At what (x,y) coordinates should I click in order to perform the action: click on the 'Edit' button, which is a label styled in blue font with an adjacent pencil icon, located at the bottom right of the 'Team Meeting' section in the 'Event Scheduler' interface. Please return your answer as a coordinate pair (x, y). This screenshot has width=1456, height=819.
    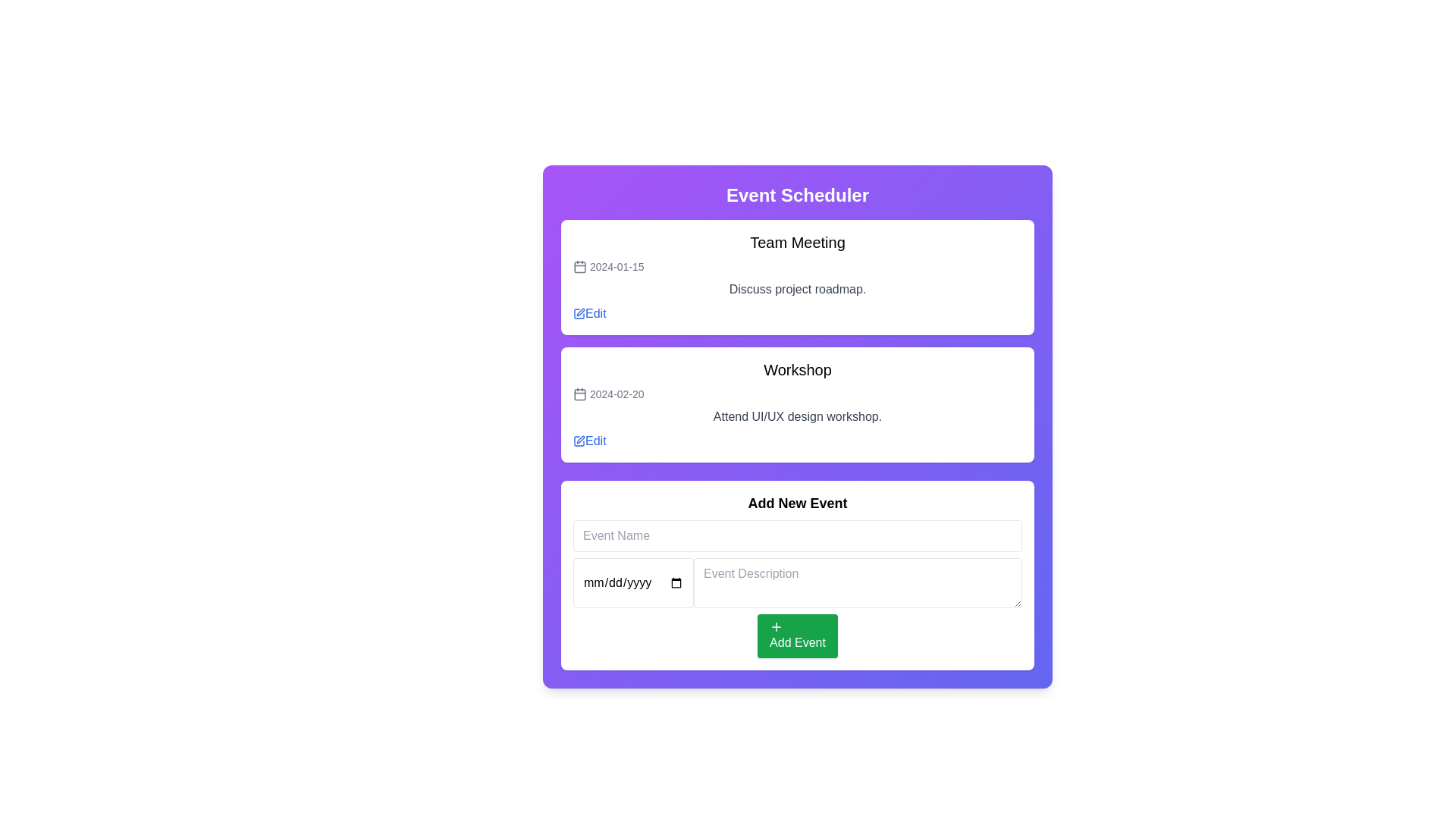
    Looking at the image, I should click on (588, 312).